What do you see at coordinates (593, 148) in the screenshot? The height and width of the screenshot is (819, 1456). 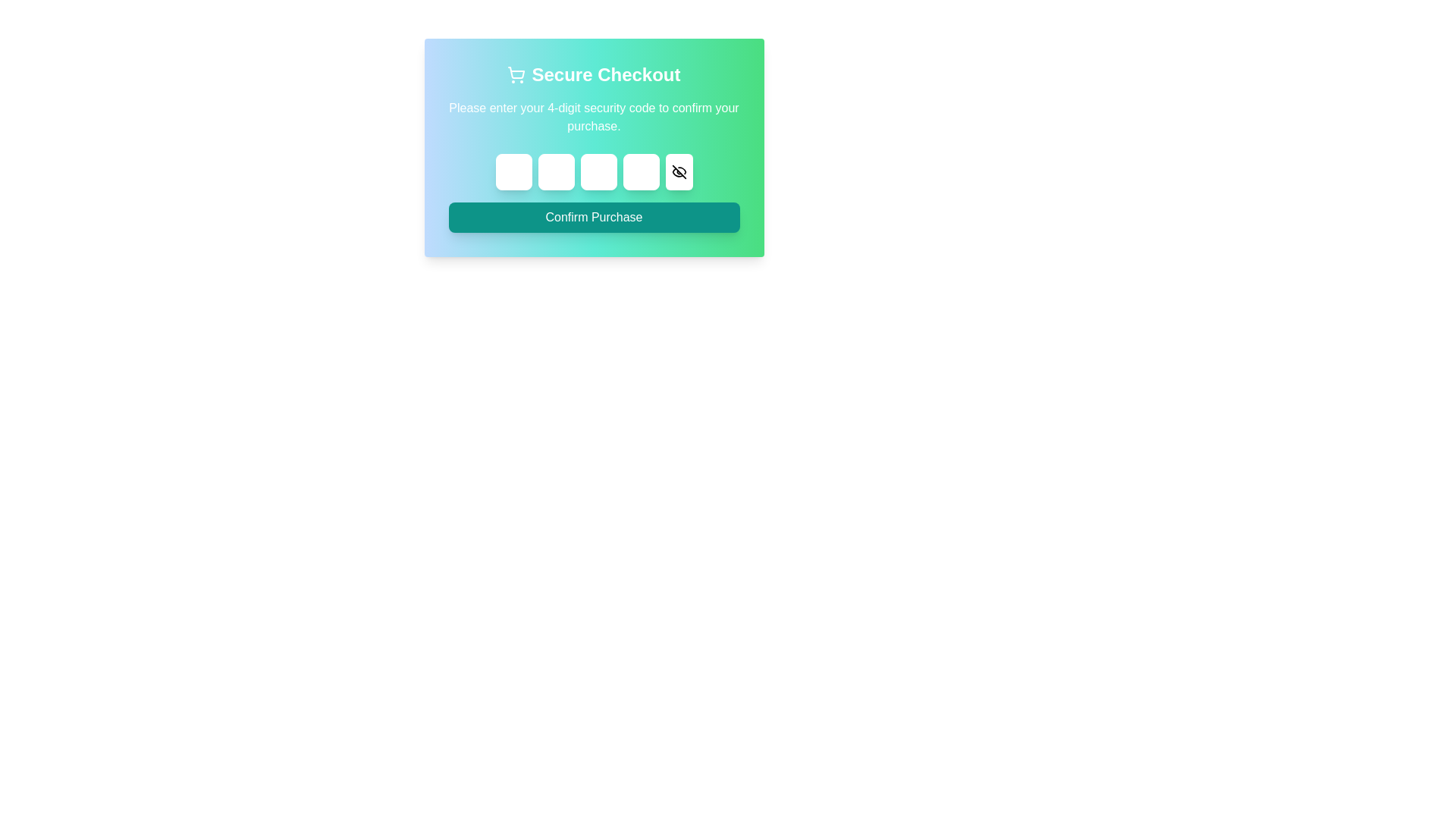 I see `the secure checkout dialog box to focus on the fields for entering a security code` at bounding box center [593, 148].